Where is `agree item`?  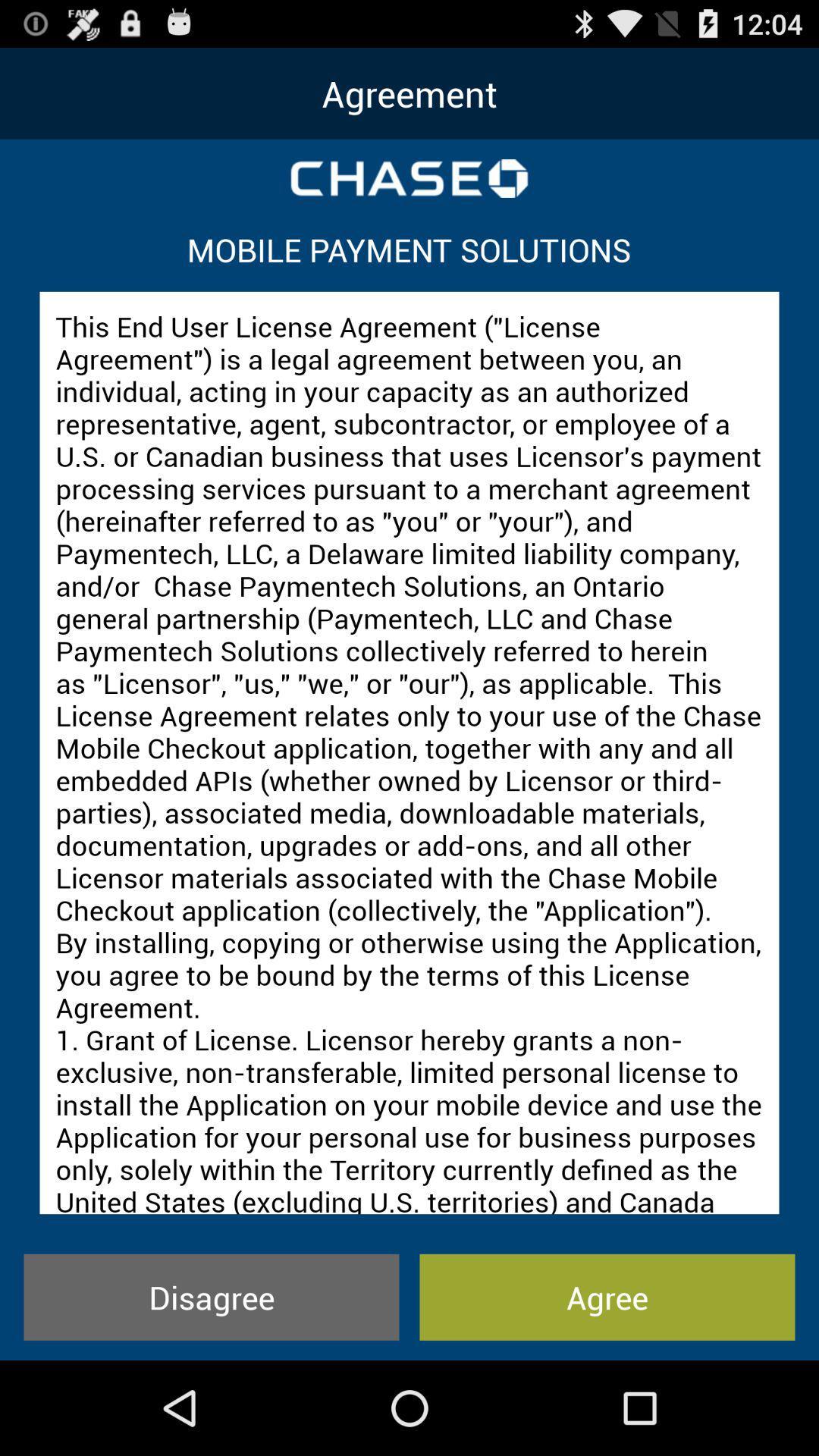
agree item is located at coordinates (607, 1296).